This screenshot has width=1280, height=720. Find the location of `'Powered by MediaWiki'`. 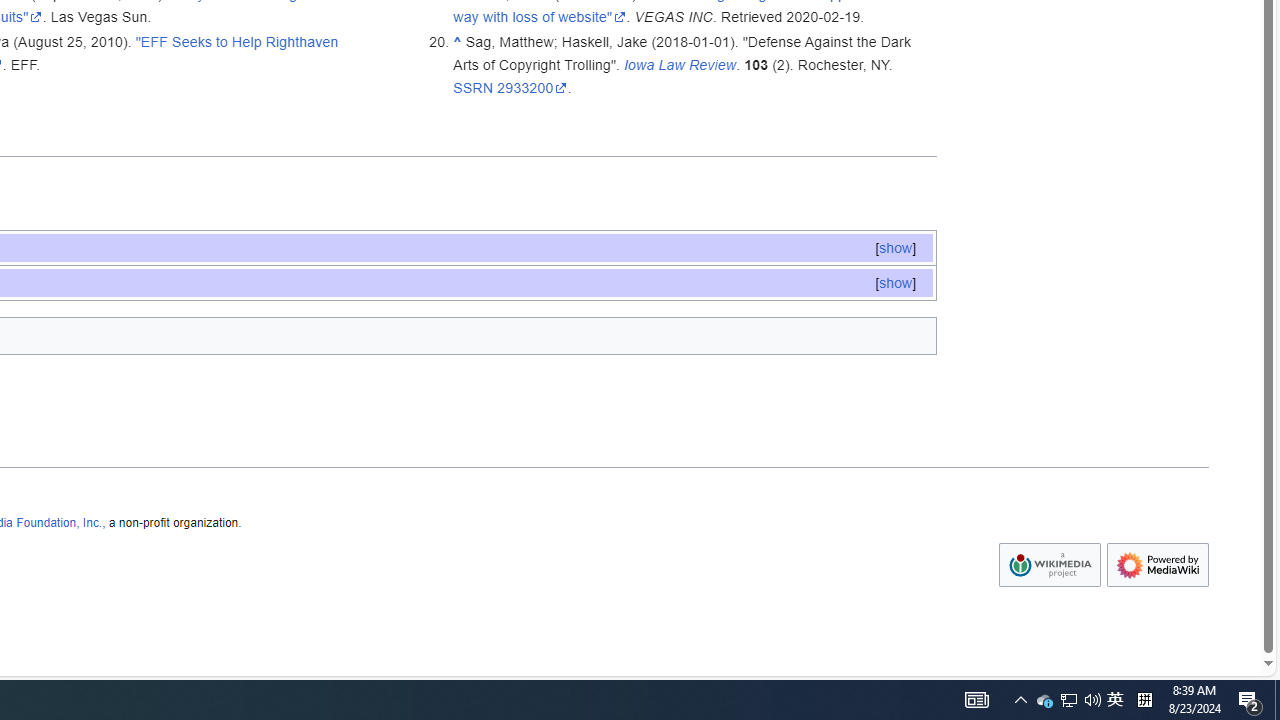

'Powered by MediaWiki' is located at coordinates (1158, 565).